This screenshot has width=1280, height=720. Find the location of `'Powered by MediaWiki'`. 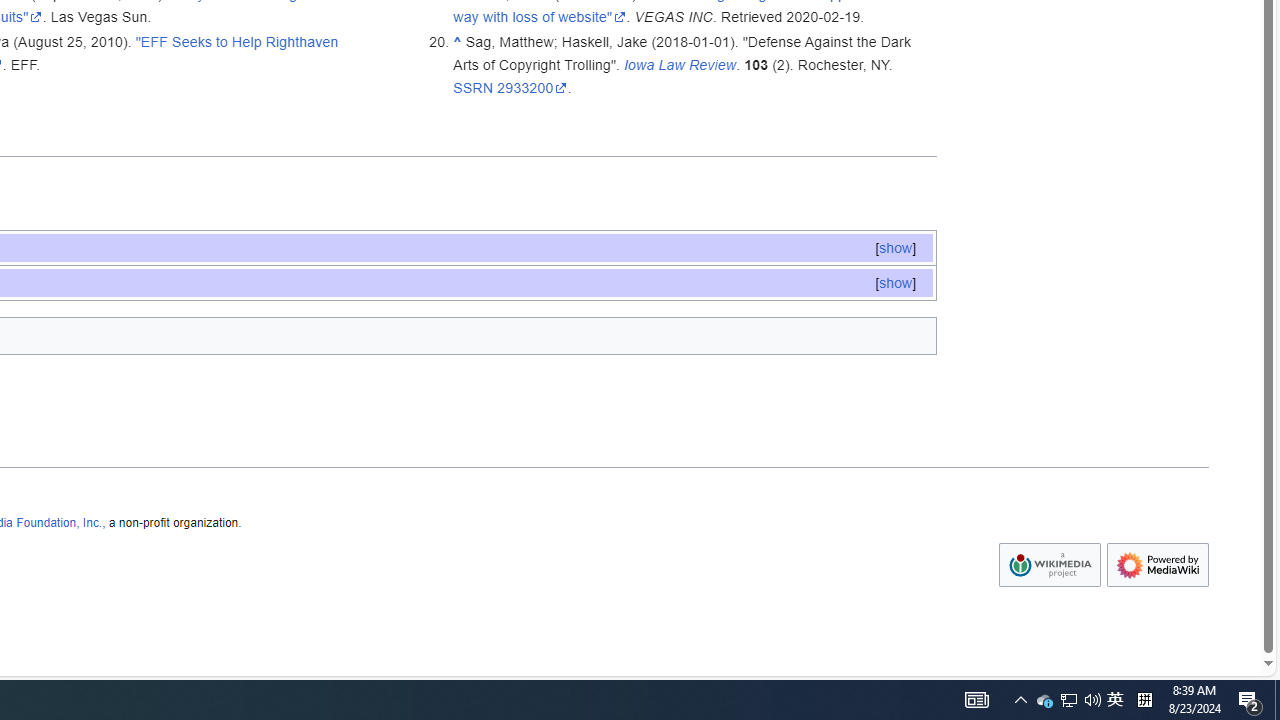

'Powered by MediaWiki' is located at coordinates (1158, 565).